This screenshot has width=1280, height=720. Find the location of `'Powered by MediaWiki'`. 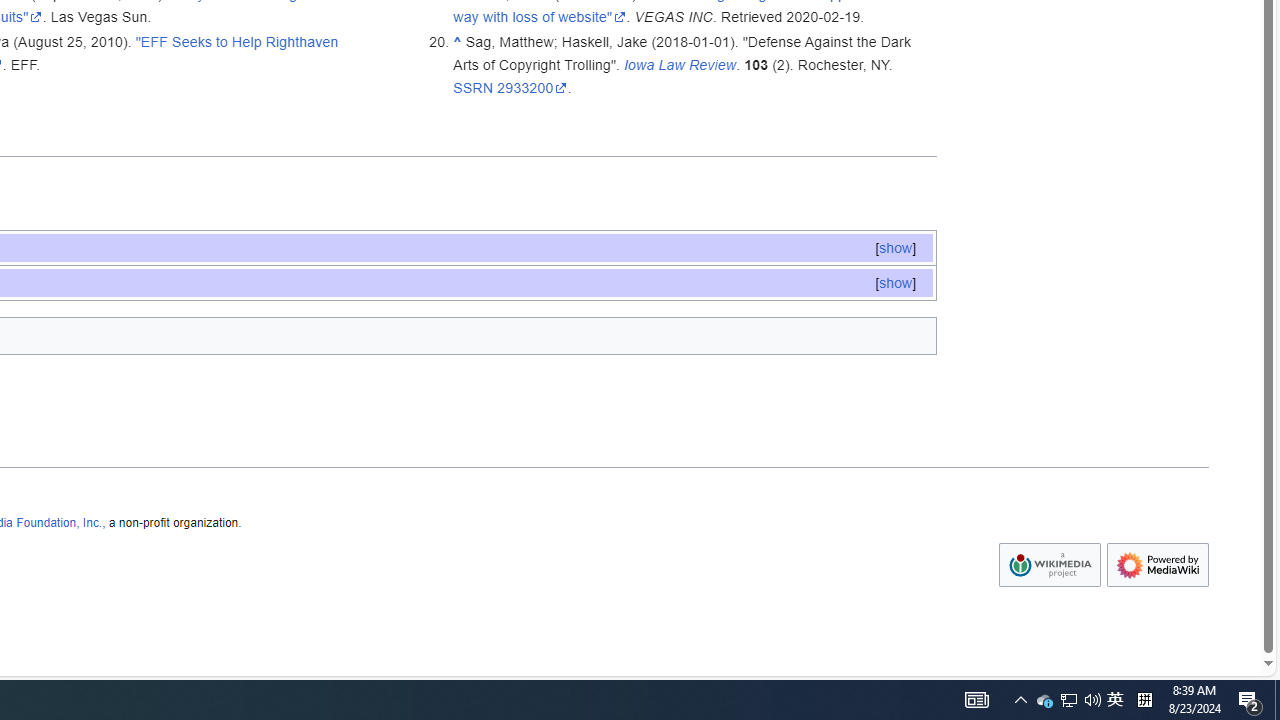

'Powered by MediaWiki' is located at coordinates (1158, 565).